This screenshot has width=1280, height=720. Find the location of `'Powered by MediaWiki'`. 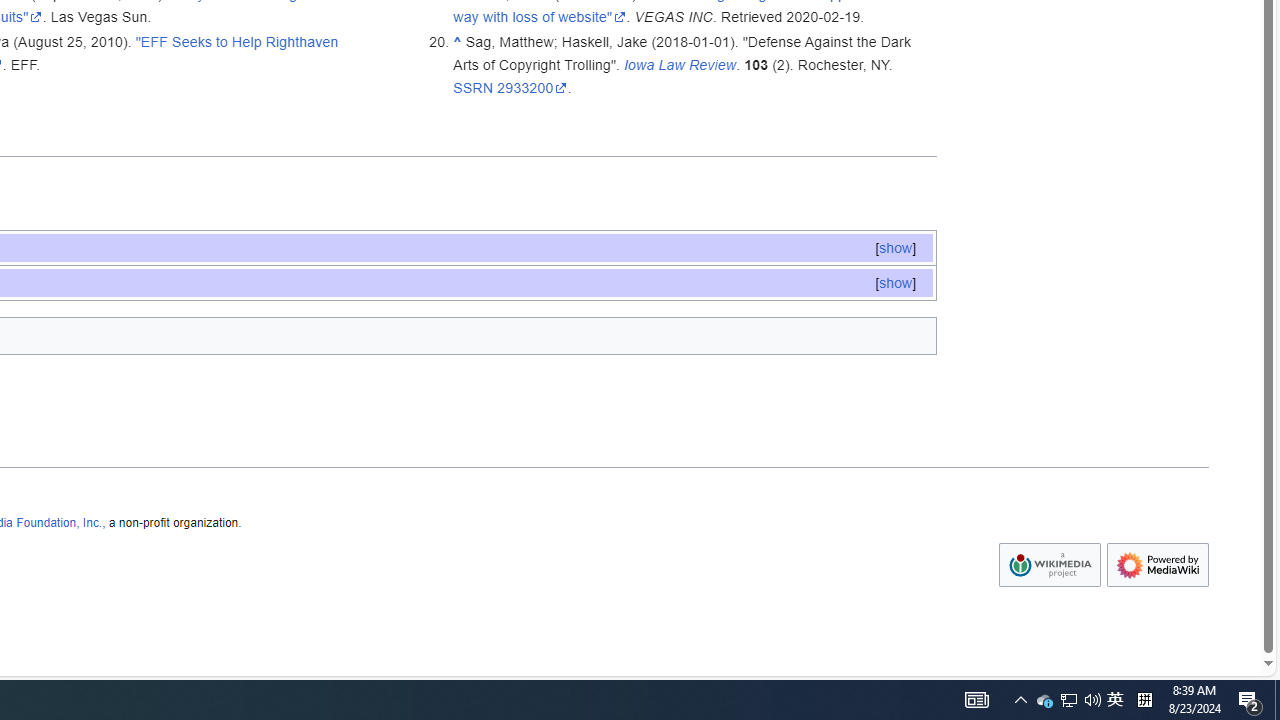

'Powered by MediaWiki' is located at coordinates (1158, 565).